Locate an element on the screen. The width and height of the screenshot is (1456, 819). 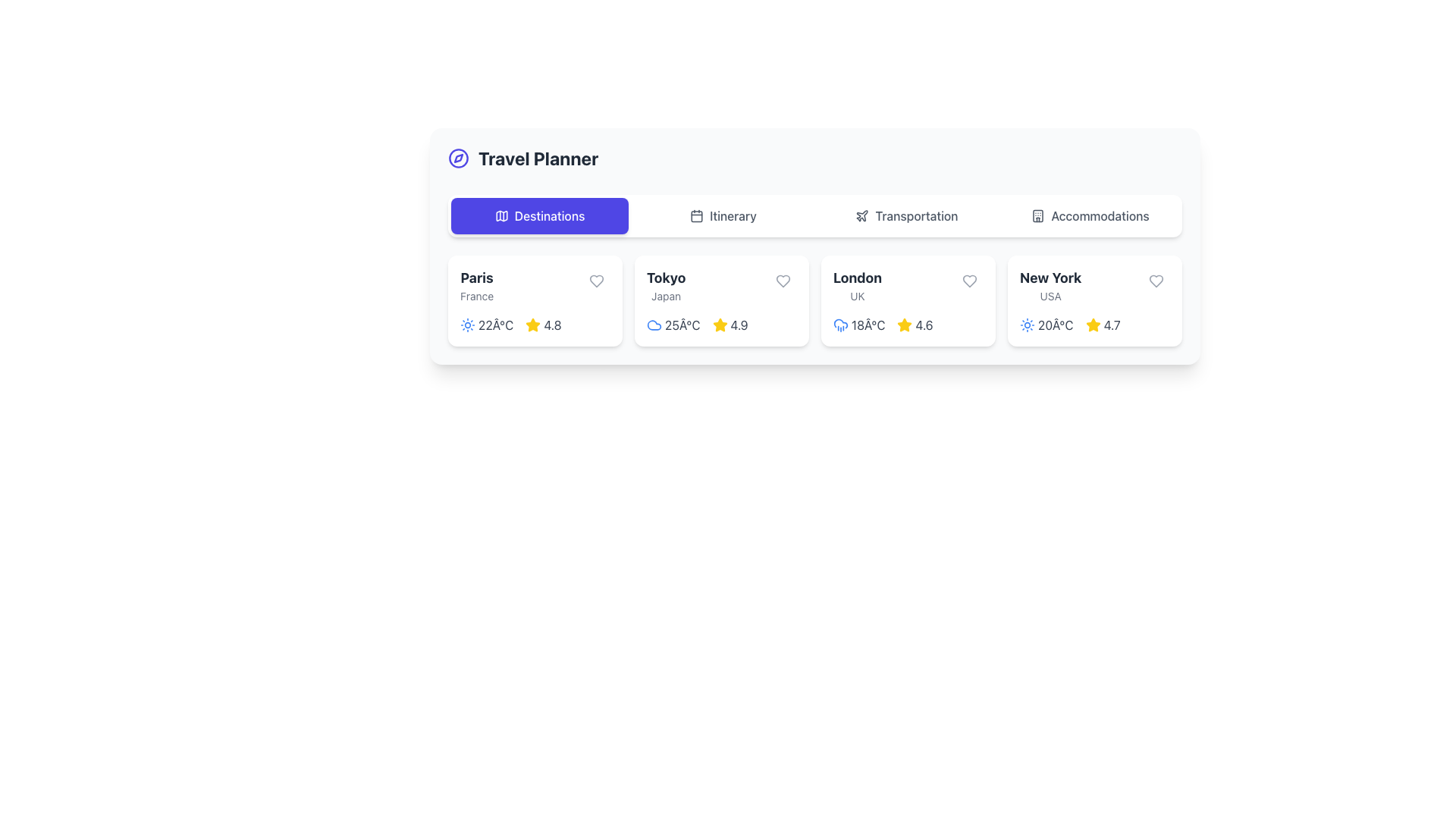
the inner circular part of the compass icon, which is located in the top-left corner of the interface preceding the text 'Travel Planner' is located at coordinates (457, 158).